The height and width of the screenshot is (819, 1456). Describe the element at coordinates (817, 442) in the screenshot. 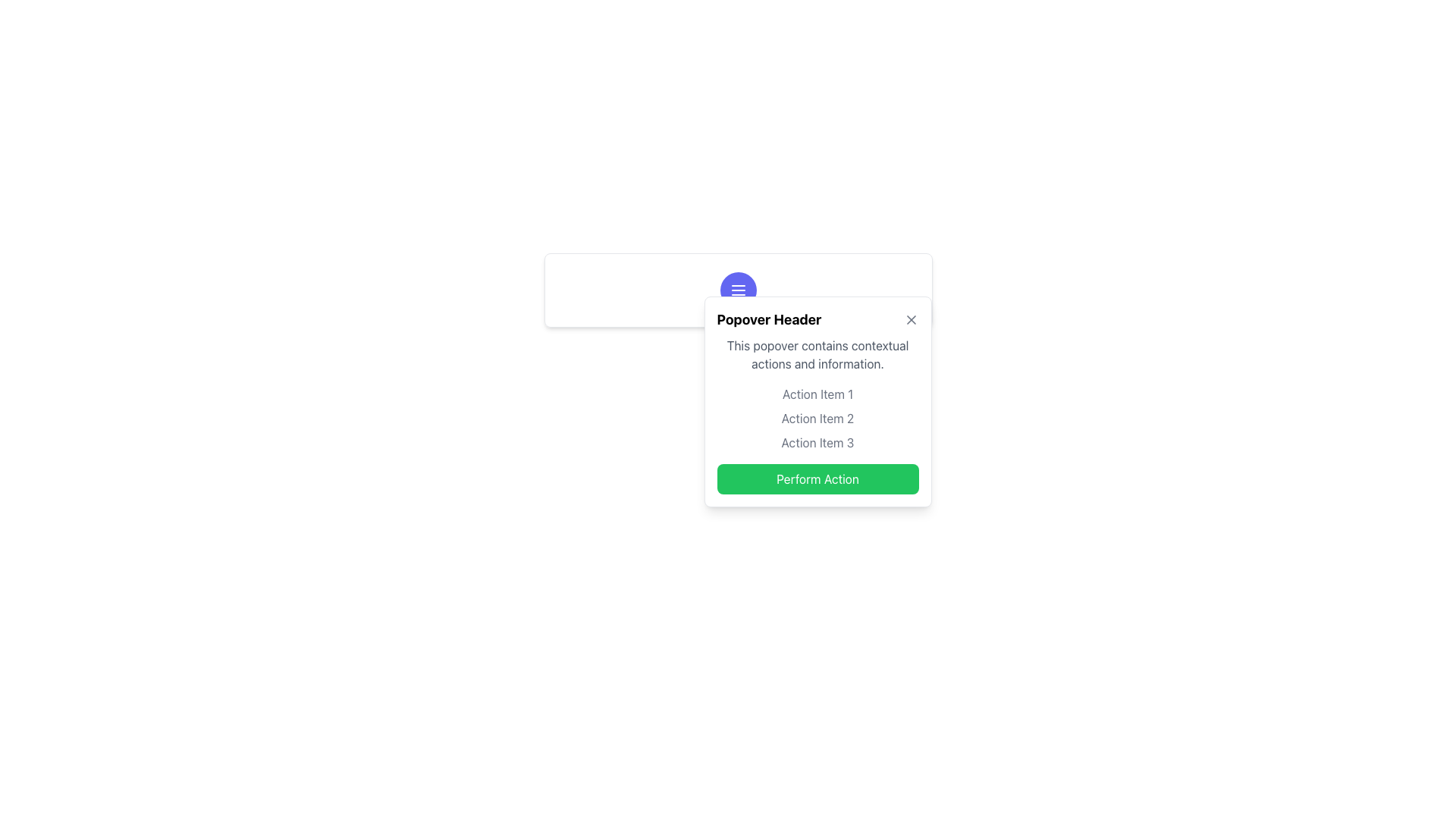

I see `the text element labeled 'Action Item 3' in the list, which is the third item below 'Action Item 1' and 'Action Item 2', displayed in gray font with an underline effect on hover` at that location.